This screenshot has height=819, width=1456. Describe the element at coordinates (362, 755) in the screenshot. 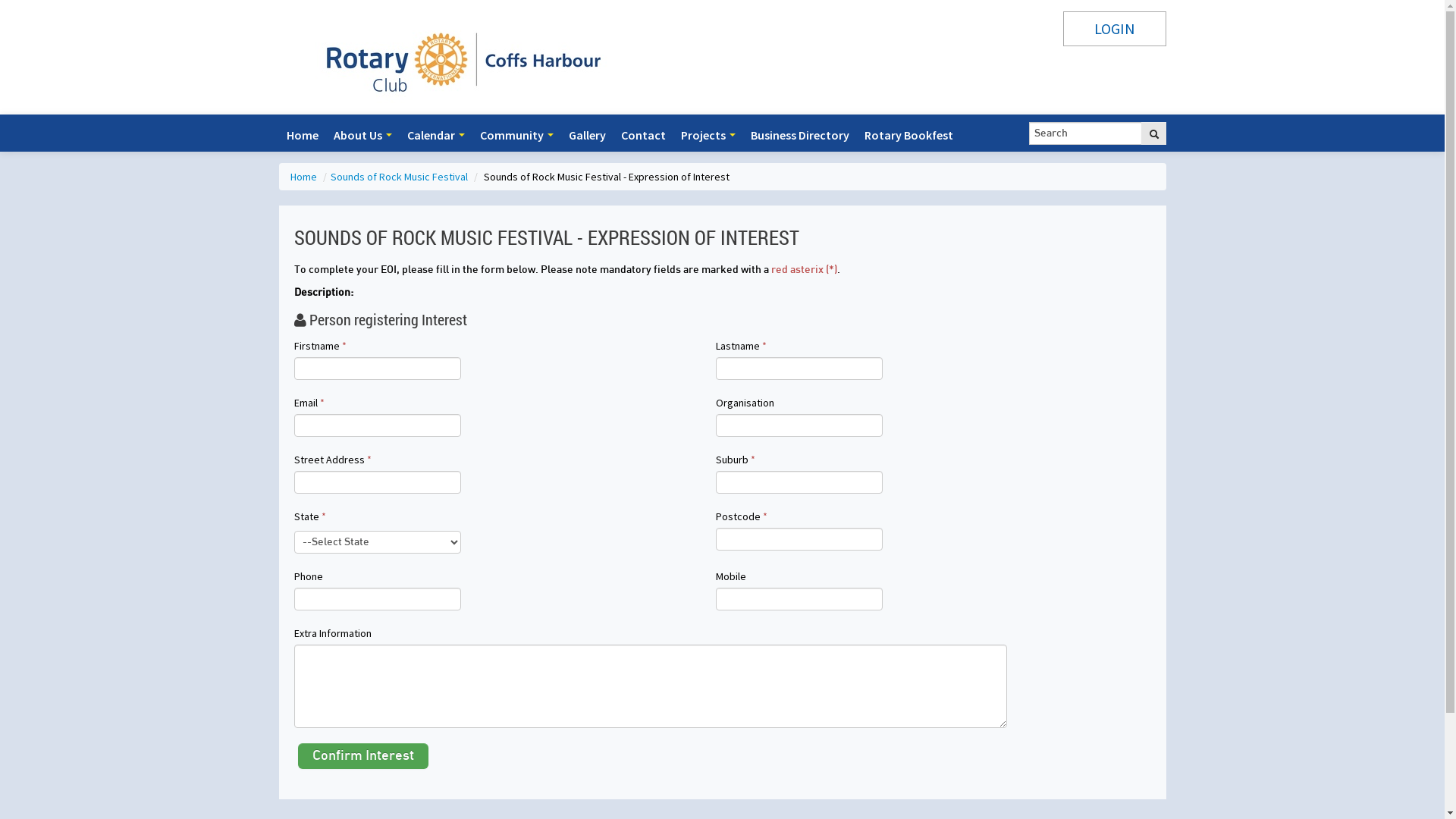

I see `'Confirm Interest'` at that location.